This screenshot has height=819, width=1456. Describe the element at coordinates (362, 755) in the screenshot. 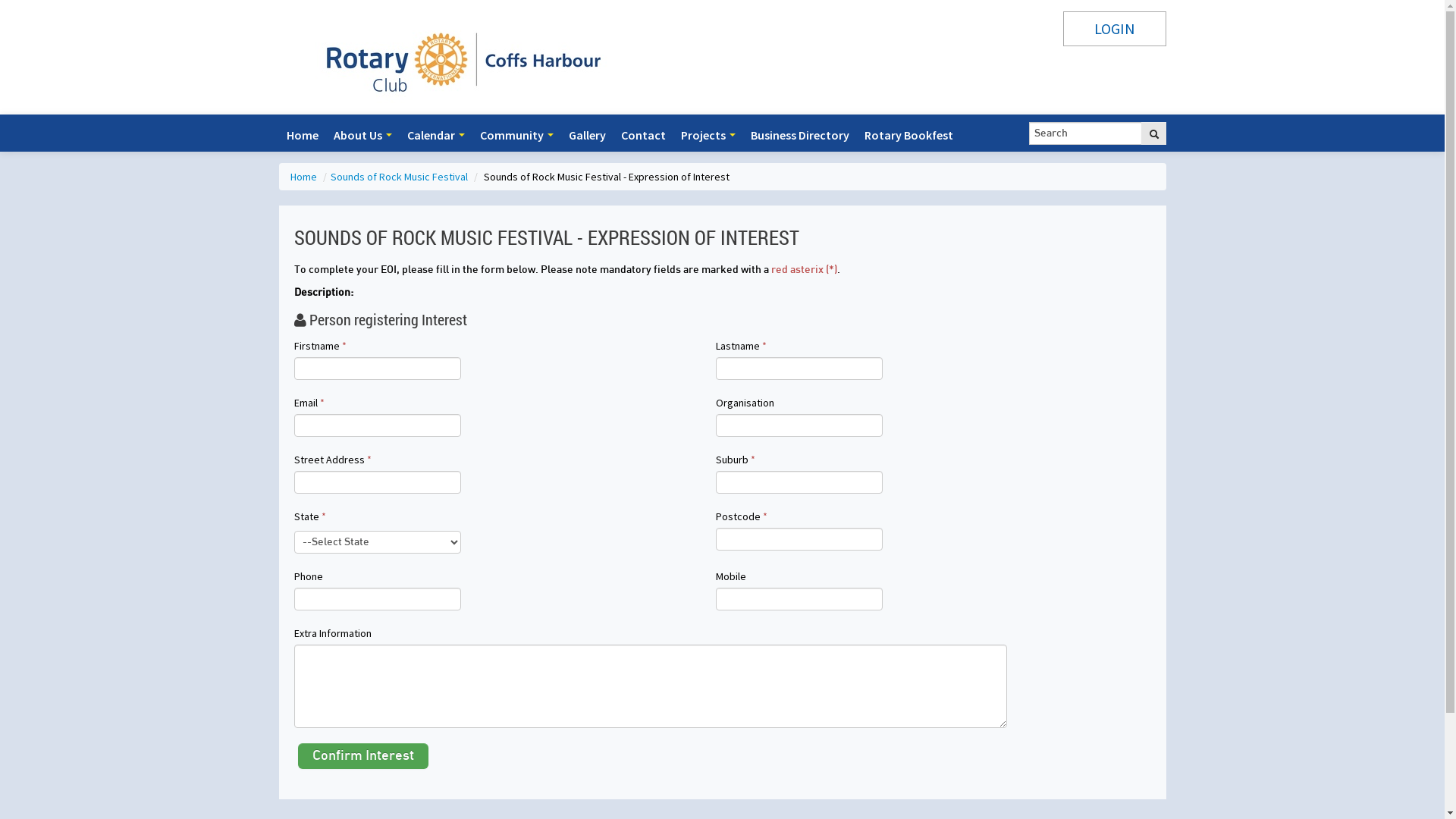

I see `'Confirm Interest'` at that location.